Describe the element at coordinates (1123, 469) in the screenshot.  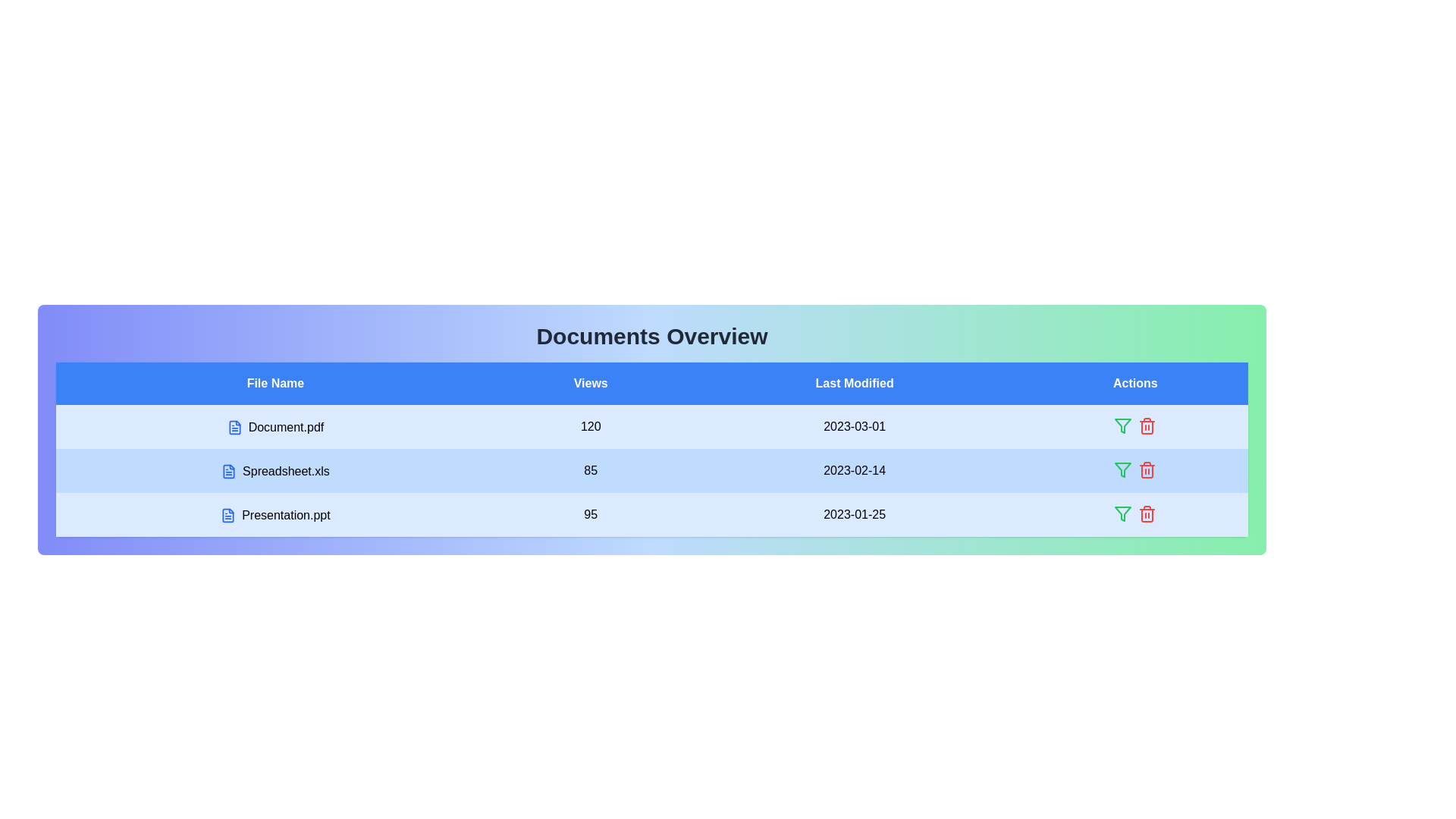
I see `the action icon filter for the row corresponding to Spreadsheet.xls` at that location.